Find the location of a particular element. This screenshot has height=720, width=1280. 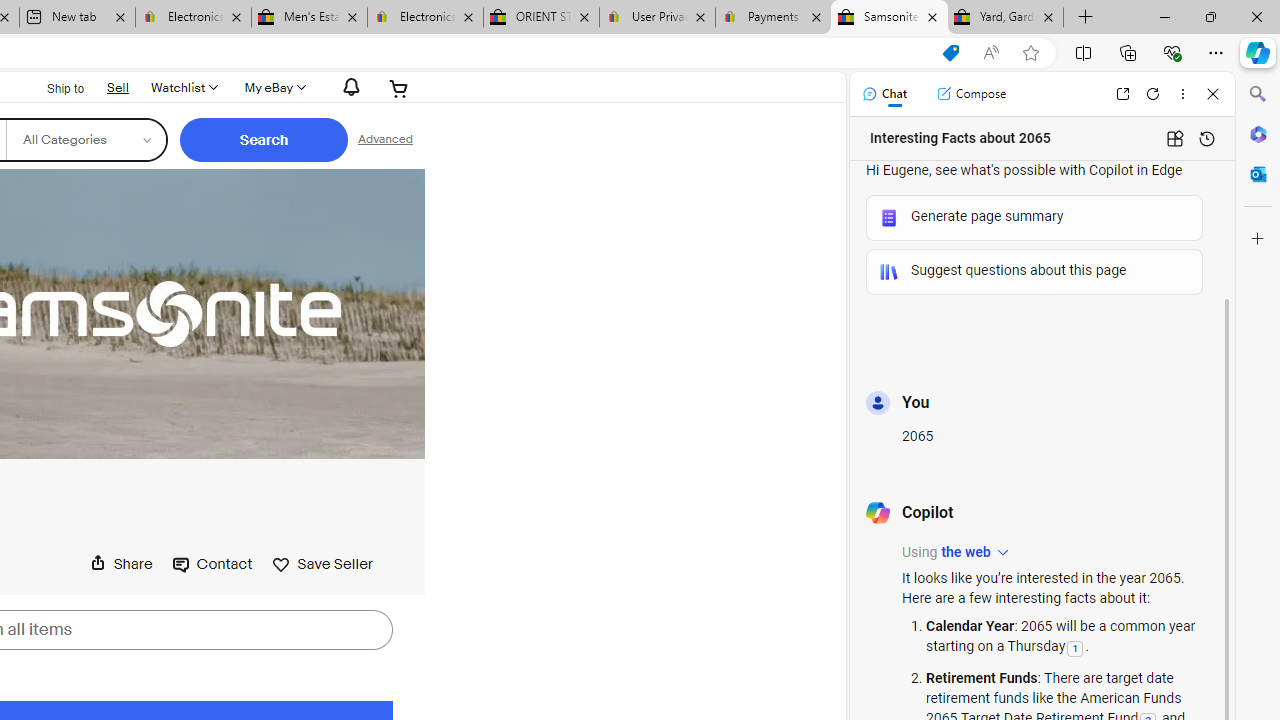

'Share this page' is located at coordinates (120, 563).